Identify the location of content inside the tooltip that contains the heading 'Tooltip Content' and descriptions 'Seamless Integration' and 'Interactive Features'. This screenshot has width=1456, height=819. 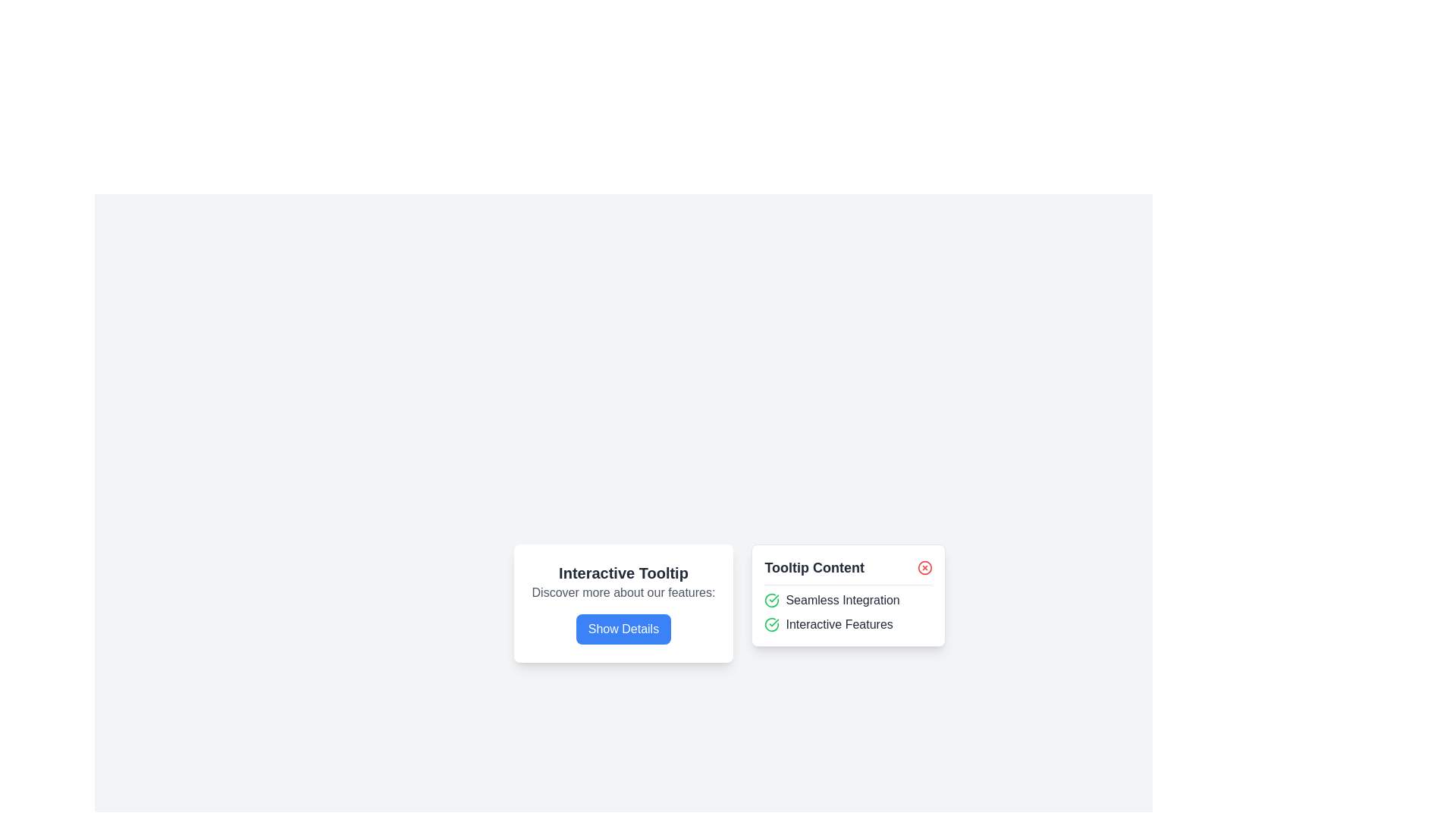
(848, 595).